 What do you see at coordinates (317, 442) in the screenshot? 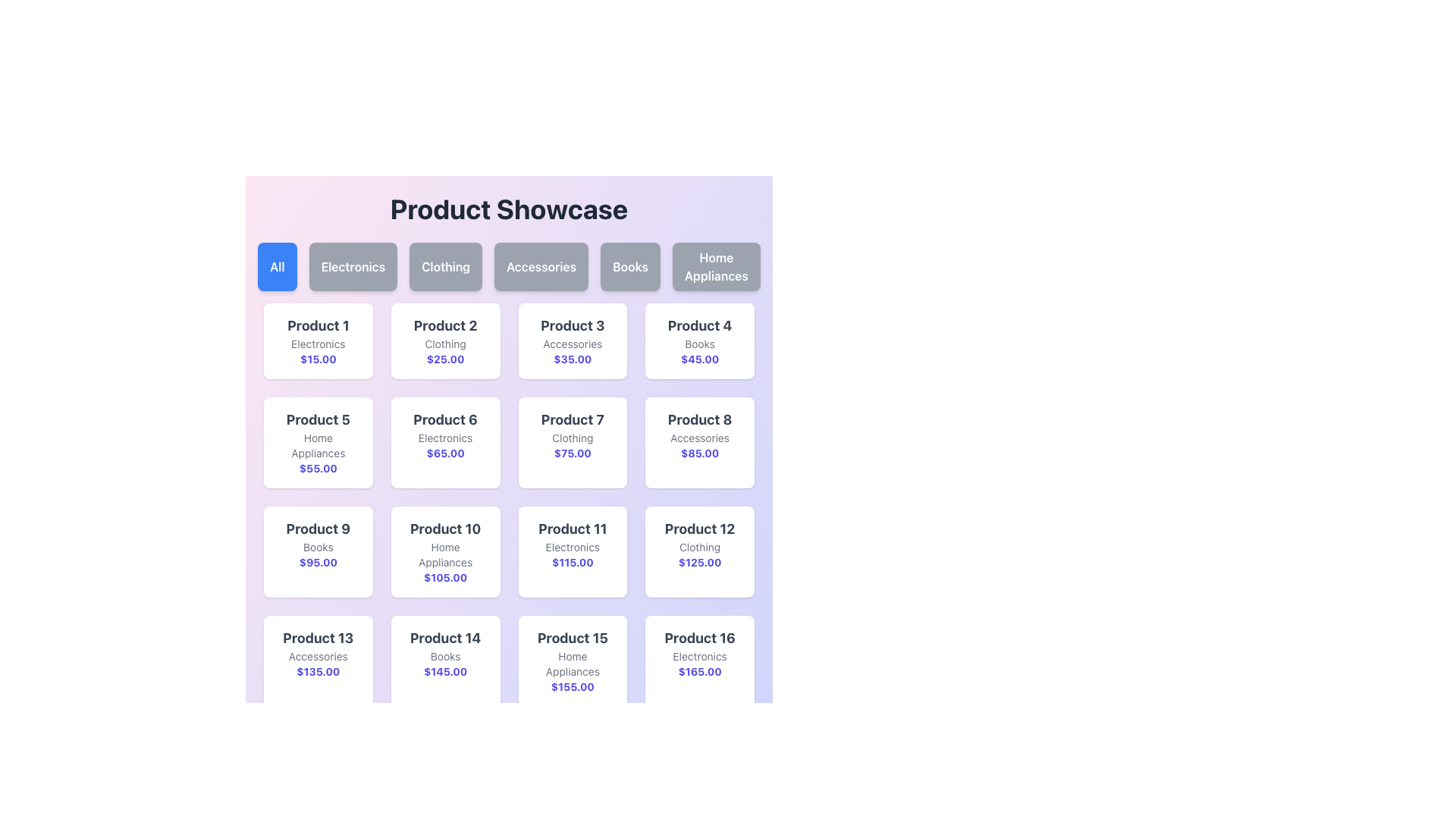
I see `the informational card representing a product located in the second row of the grid layout, positioned below 'Product 1' and above 'Product 9', adjacent to 'Product 6'` at bounding box center [317, 442].